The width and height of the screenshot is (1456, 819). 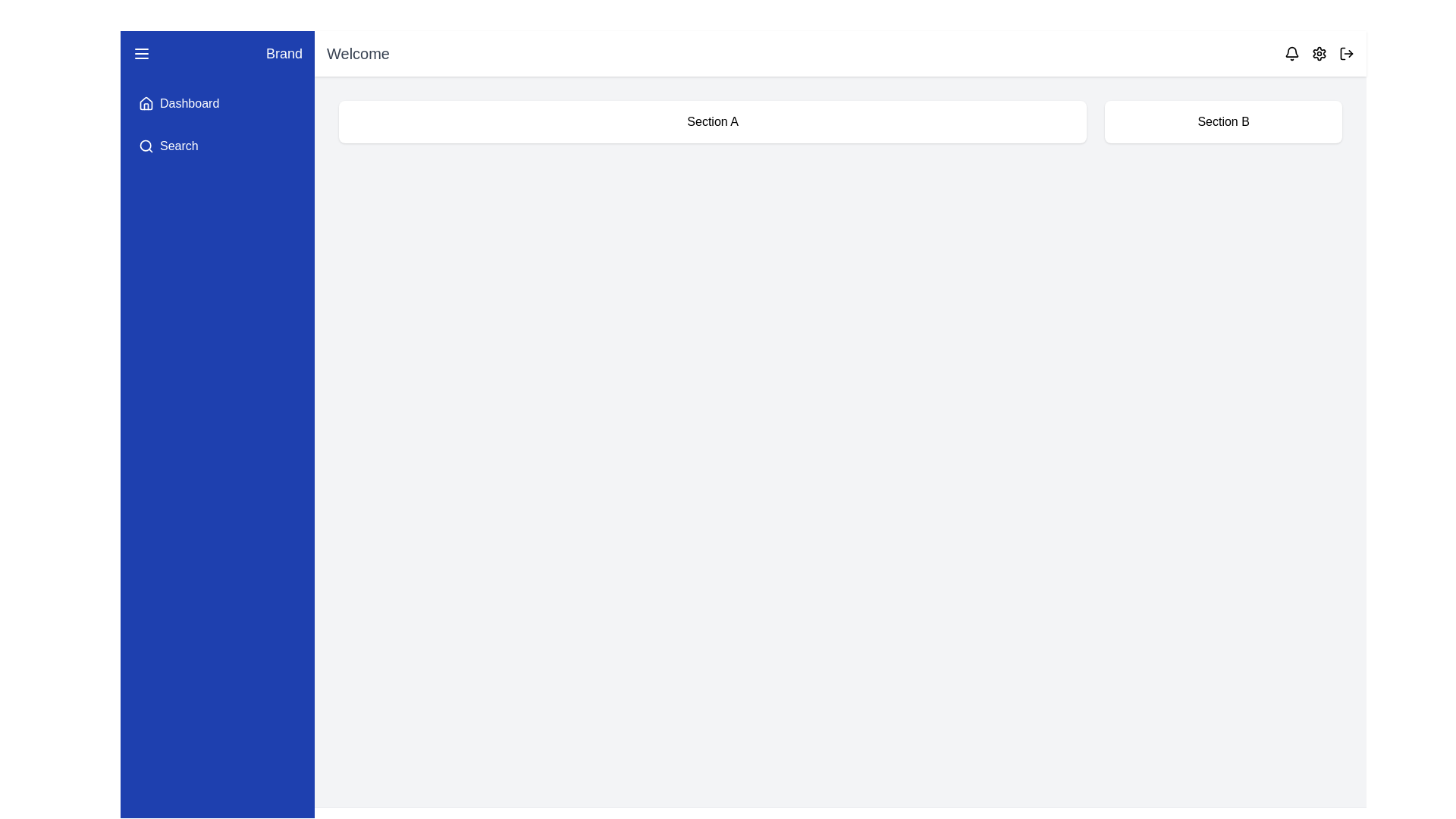 I want to click on the Notification Bell icon, so click(x=1291, y=52).